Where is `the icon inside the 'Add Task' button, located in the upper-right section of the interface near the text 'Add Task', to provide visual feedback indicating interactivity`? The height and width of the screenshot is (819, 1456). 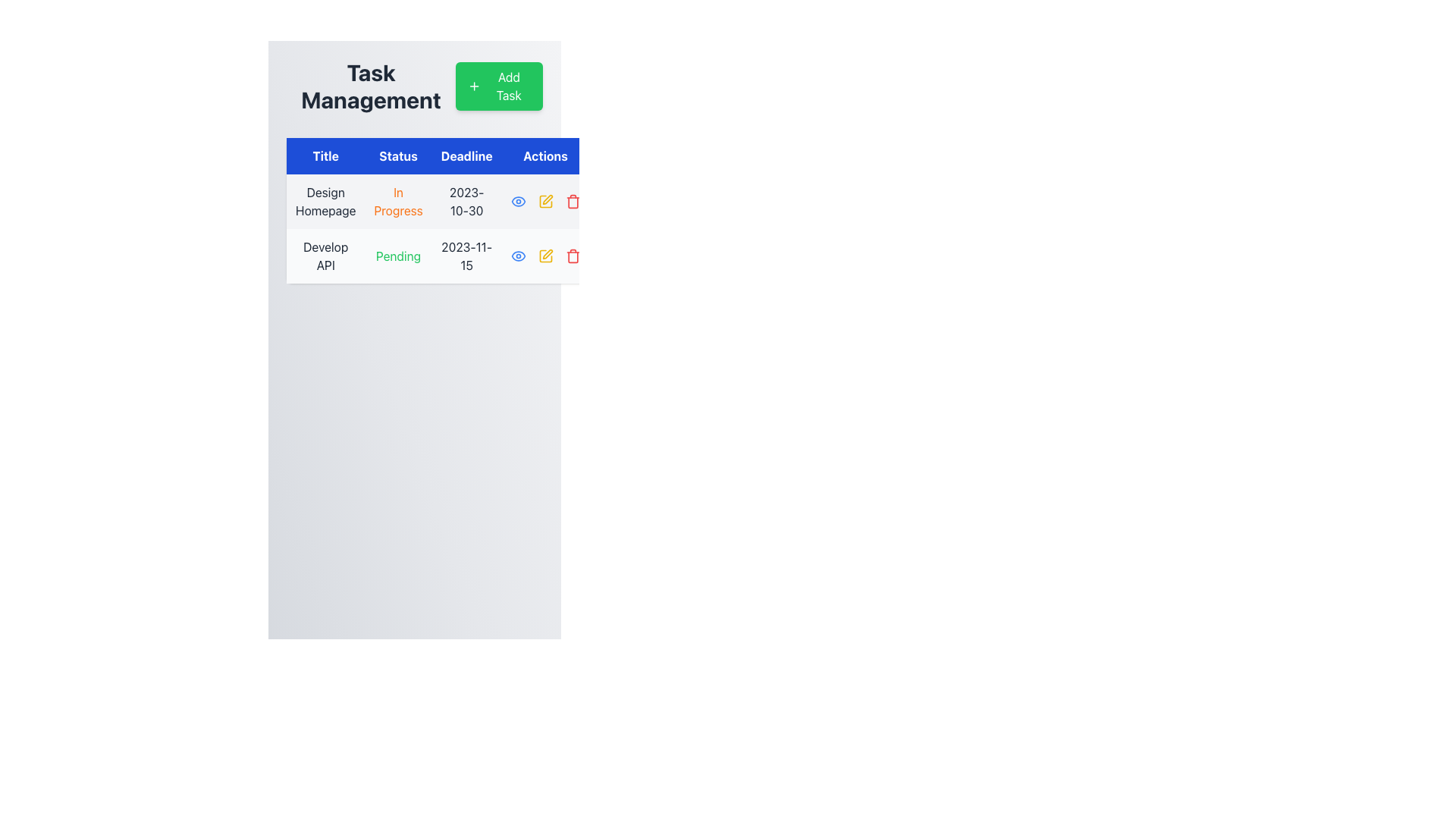 the icon inside the 'Add Task' button, located in the upper-right section of the interface near the text 'Add Task', to provide visual feedback indicating interactivity is located at coordinates (473, 86).